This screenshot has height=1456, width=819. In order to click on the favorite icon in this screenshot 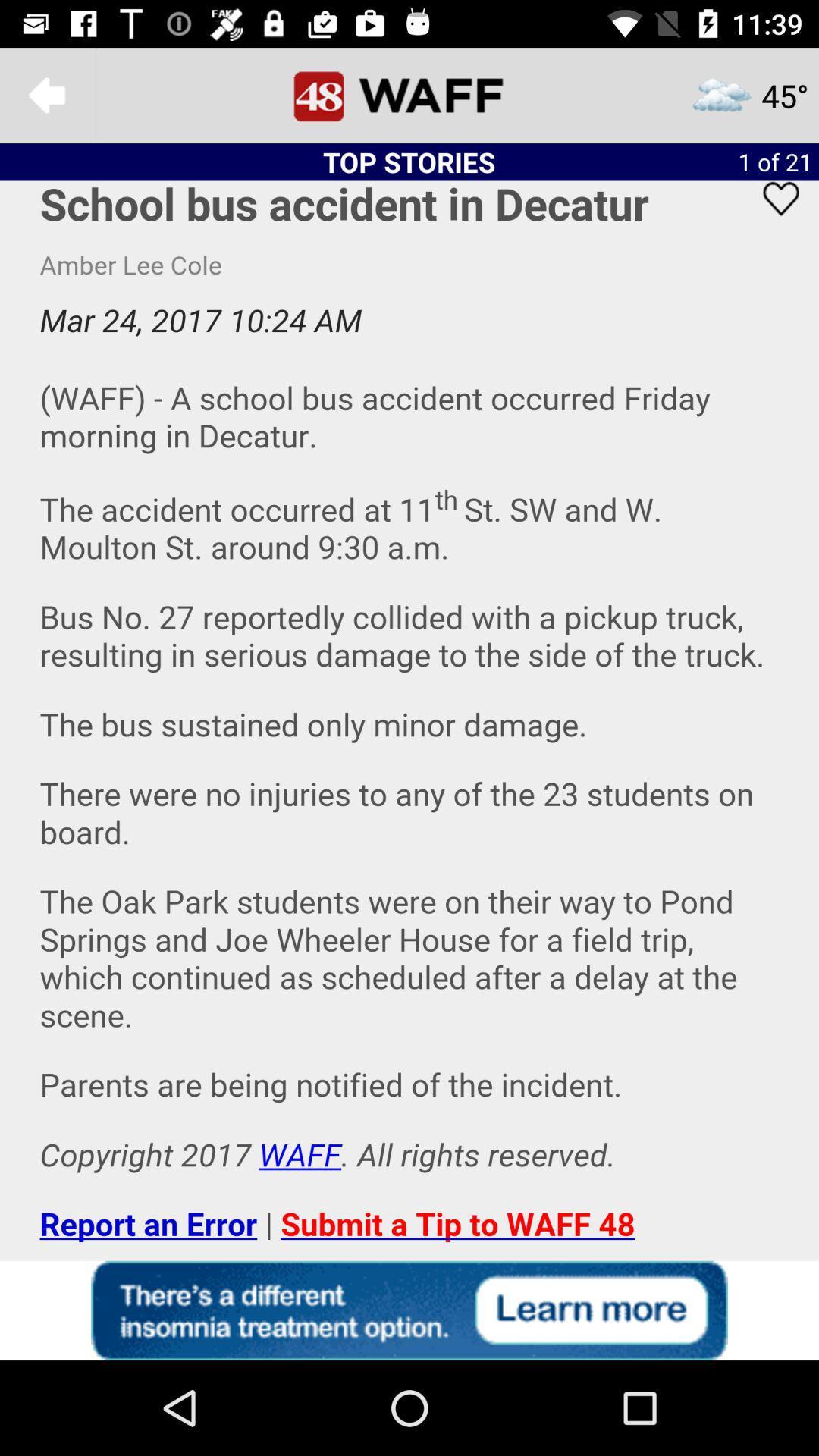, I will do `click(771, 218)`.